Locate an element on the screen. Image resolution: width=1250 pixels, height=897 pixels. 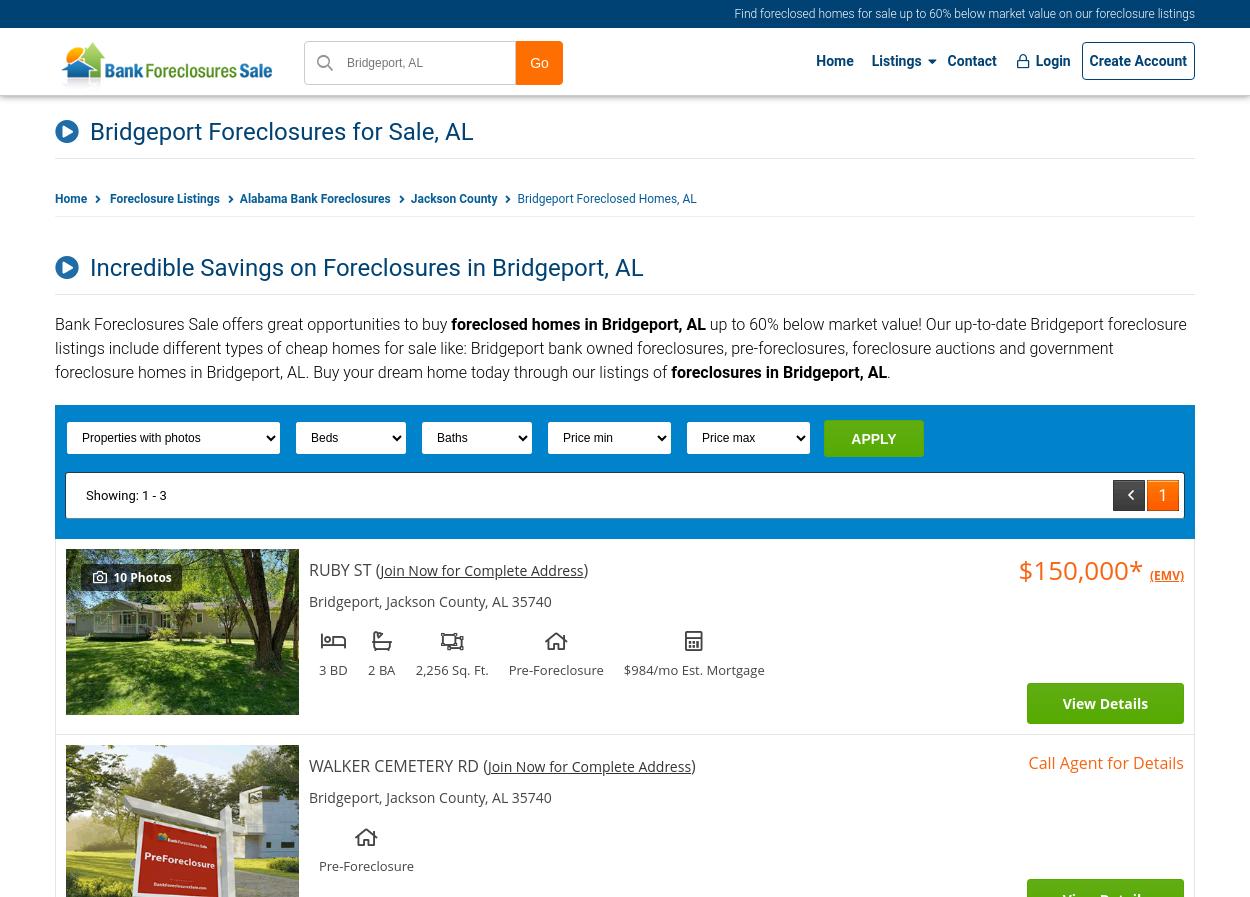
'10 Photos' is located at coordinates (111, 577).